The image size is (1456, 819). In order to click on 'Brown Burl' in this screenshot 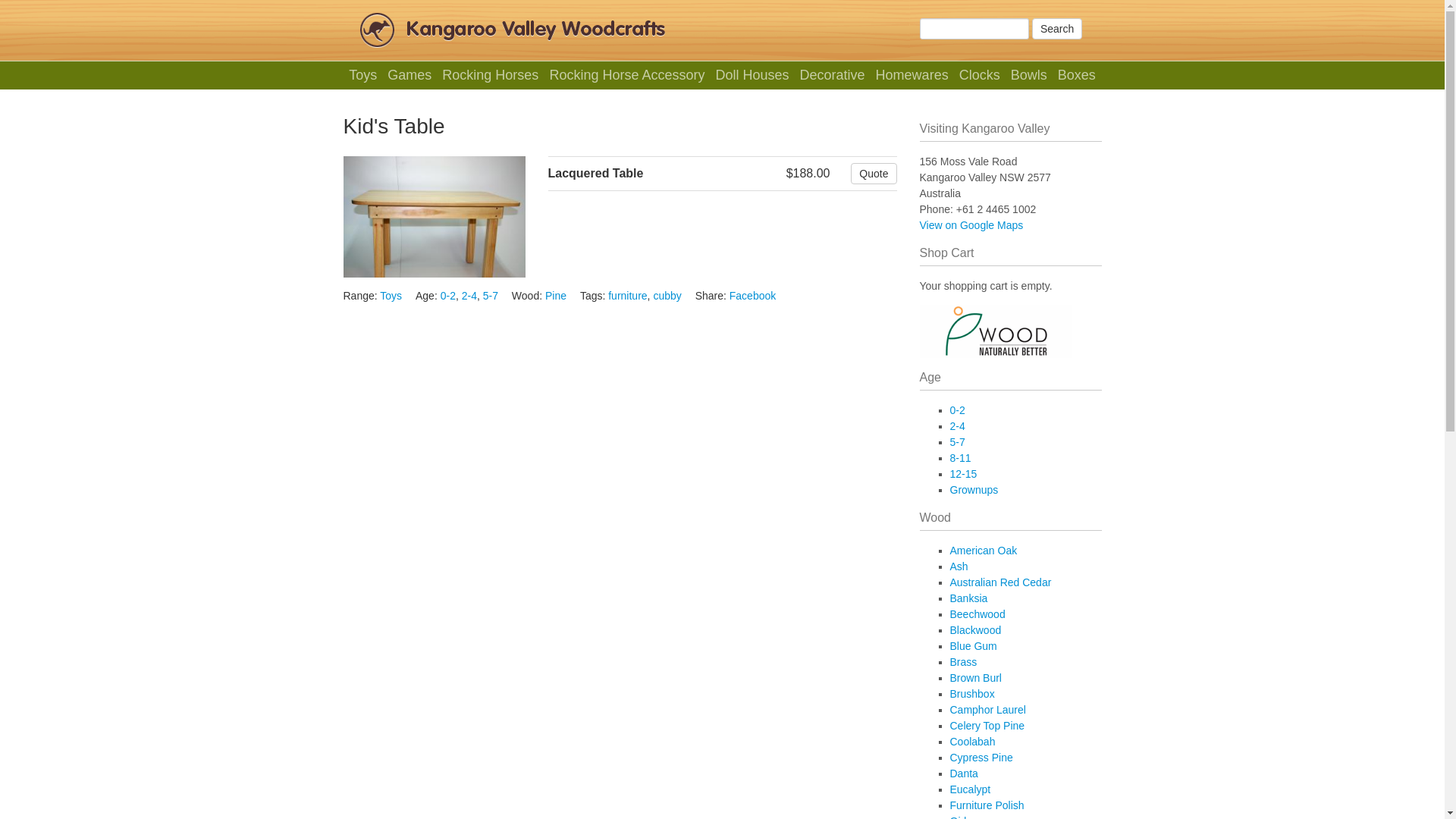, I will do `click(975, 677)`.